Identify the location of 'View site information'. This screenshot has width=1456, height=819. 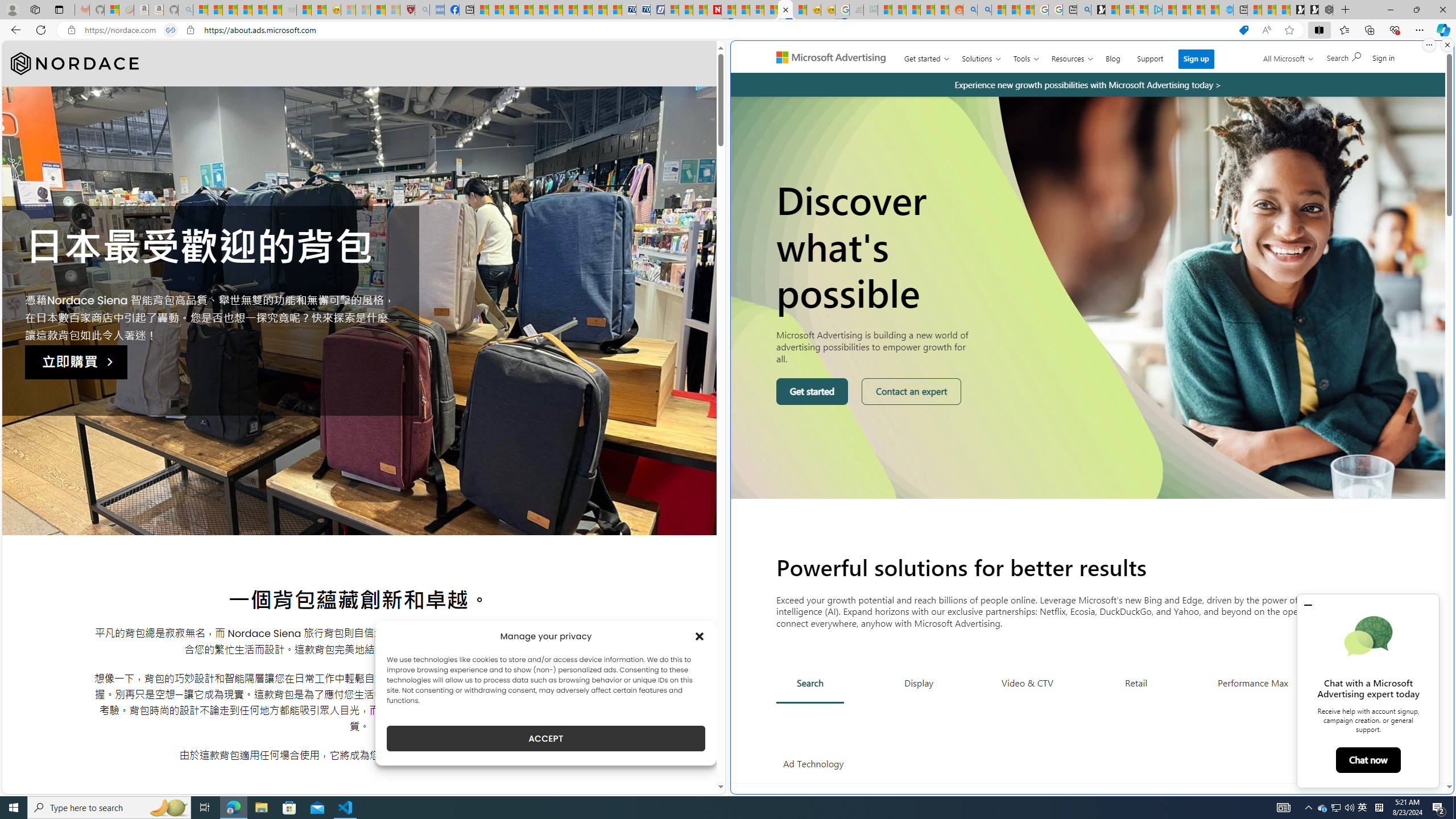
(190, 30).